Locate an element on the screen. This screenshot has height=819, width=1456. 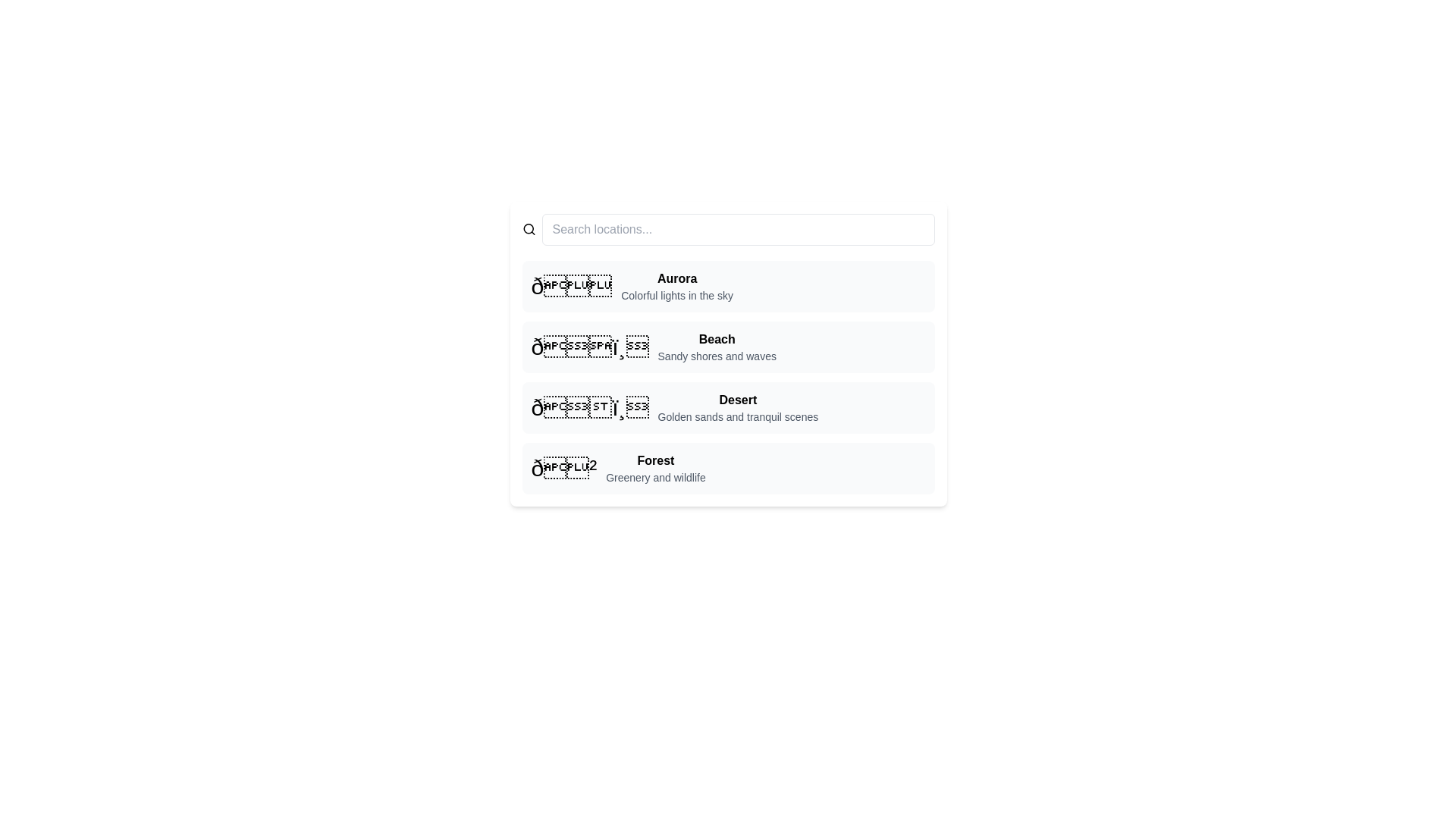
the selectable list item labeled 'Aurora' which features an emoji of the northern lights, a bold title, and a descriptive subtitle is located at coordinates (728, 287).